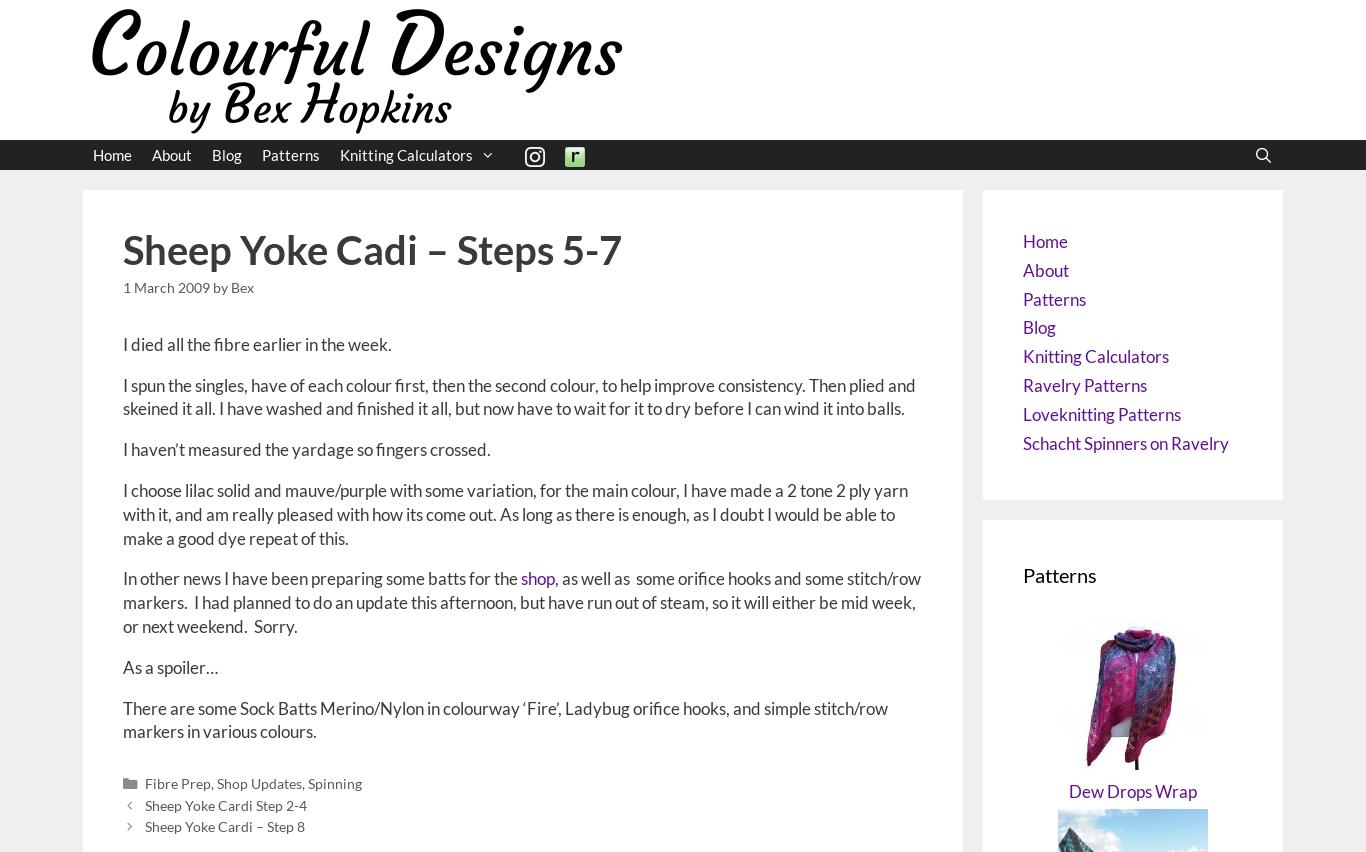  I want to click on 'Loveknitting Patterns', so click(1100, 413).